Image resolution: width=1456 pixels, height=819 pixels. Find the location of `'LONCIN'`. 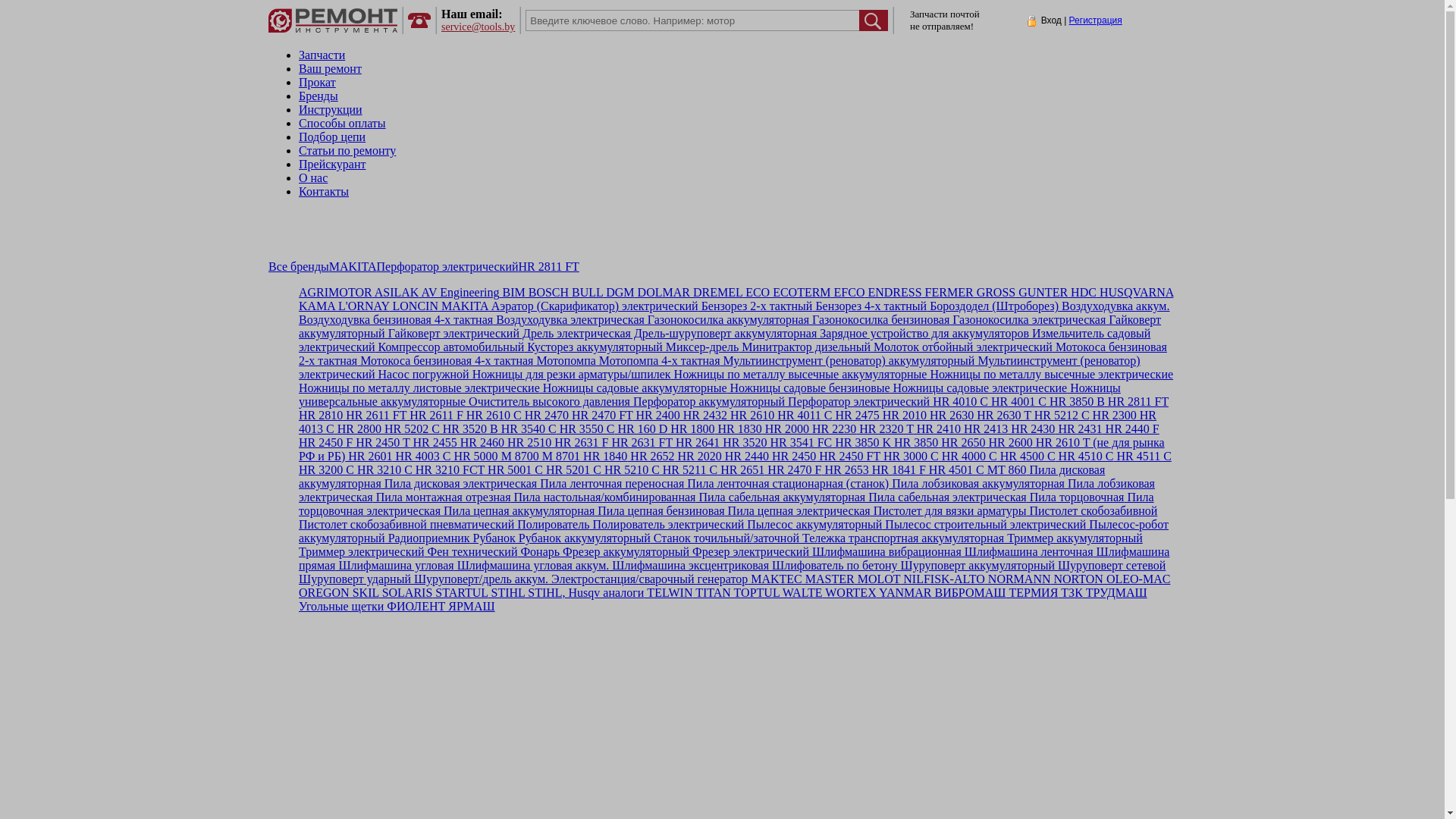

'LONCIN' is located at coordinates (414, 306).